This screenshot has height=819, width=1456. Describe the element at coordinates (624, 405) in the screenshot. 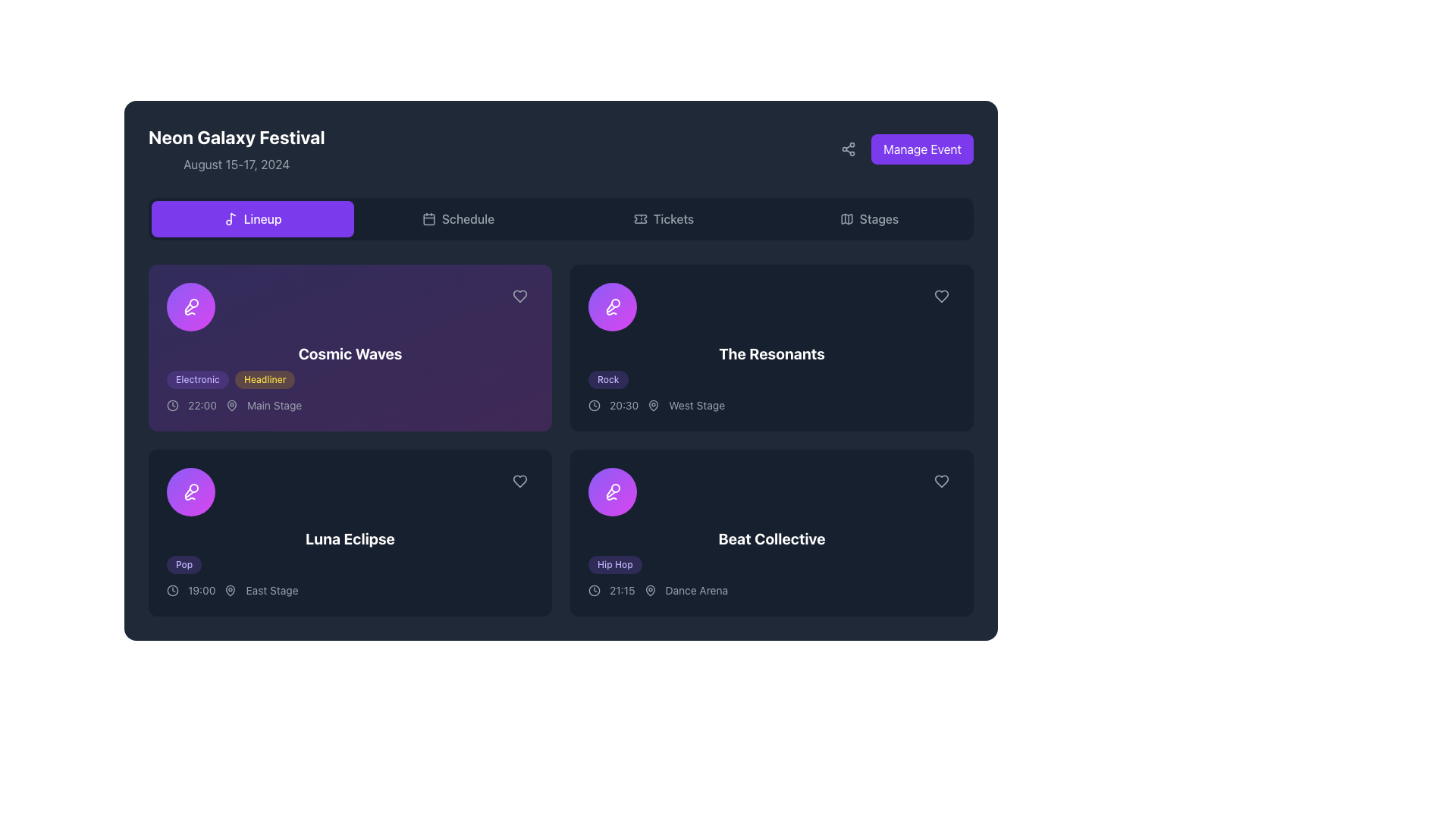

I see `text content displayed for the event 'The Resonants', specifically the time '20:30' located within the event card` at that location.